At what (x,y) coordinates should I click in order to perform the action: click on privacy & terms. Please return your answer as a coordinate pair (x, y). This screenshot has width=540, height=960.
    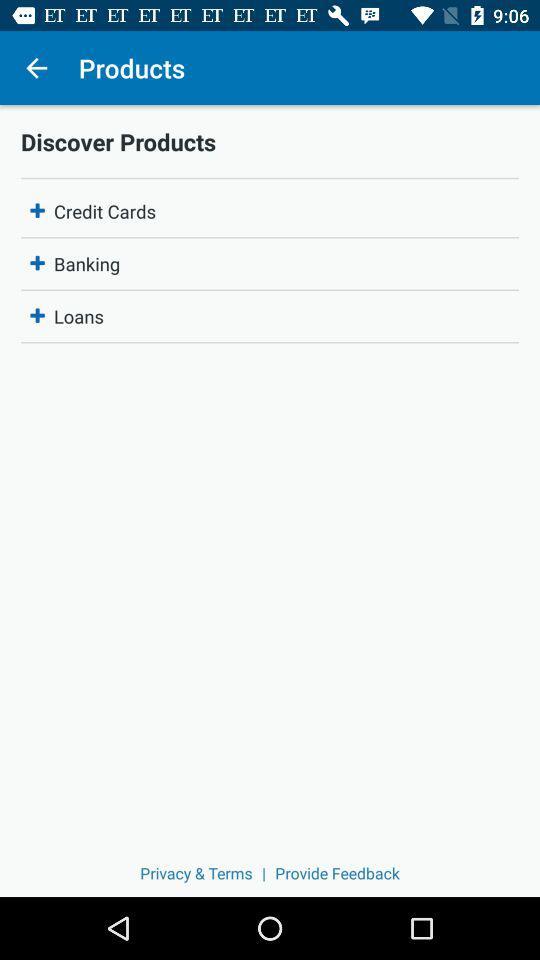
    Looking at the image, I should click on (196, 872).